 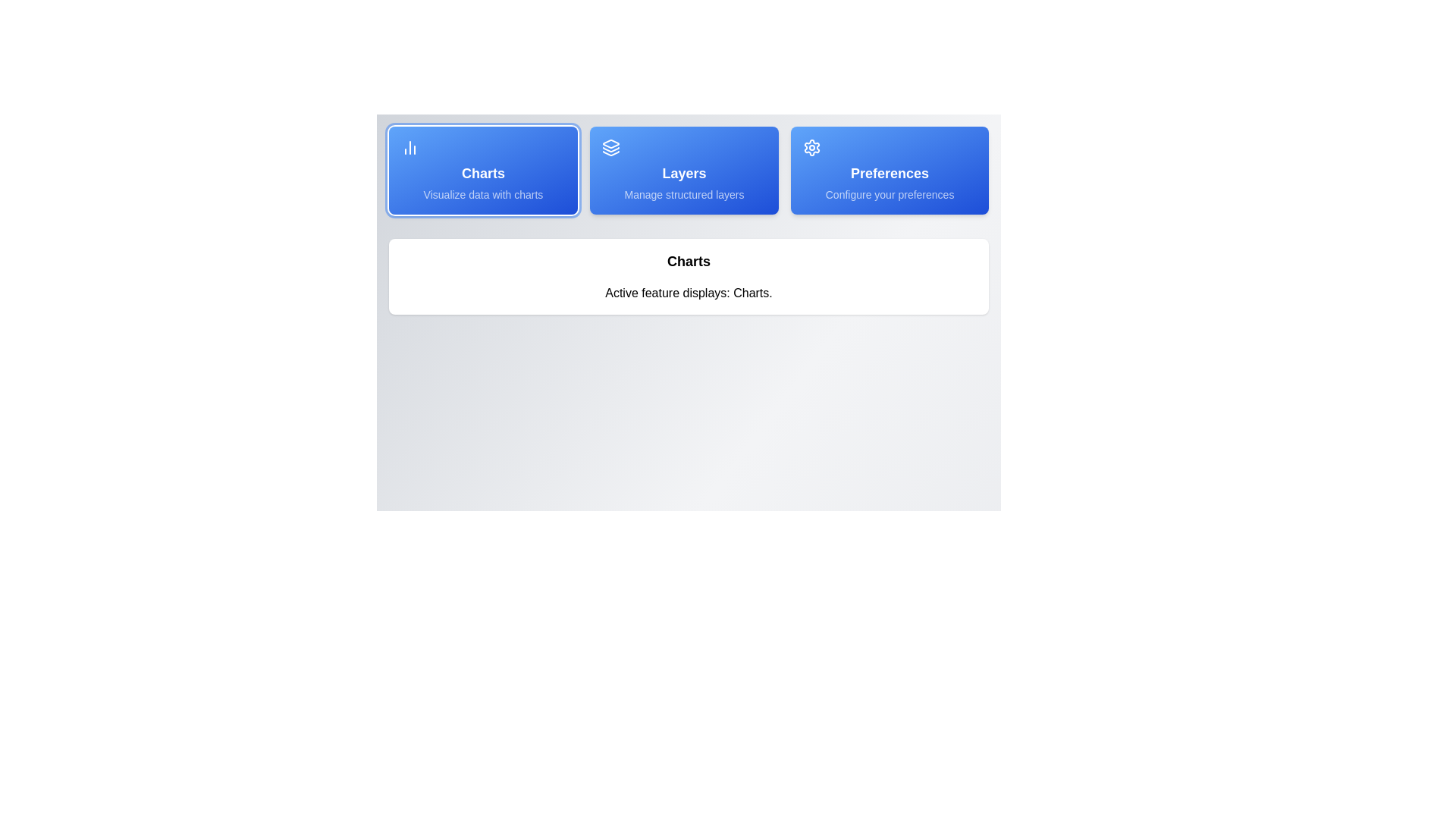 I want to click on text label that contains the word 'Preferences', which is styled with a bold font and located centrally within a blue rectangular background in the third item of a horizontal menu, so click(x=890, y=172).